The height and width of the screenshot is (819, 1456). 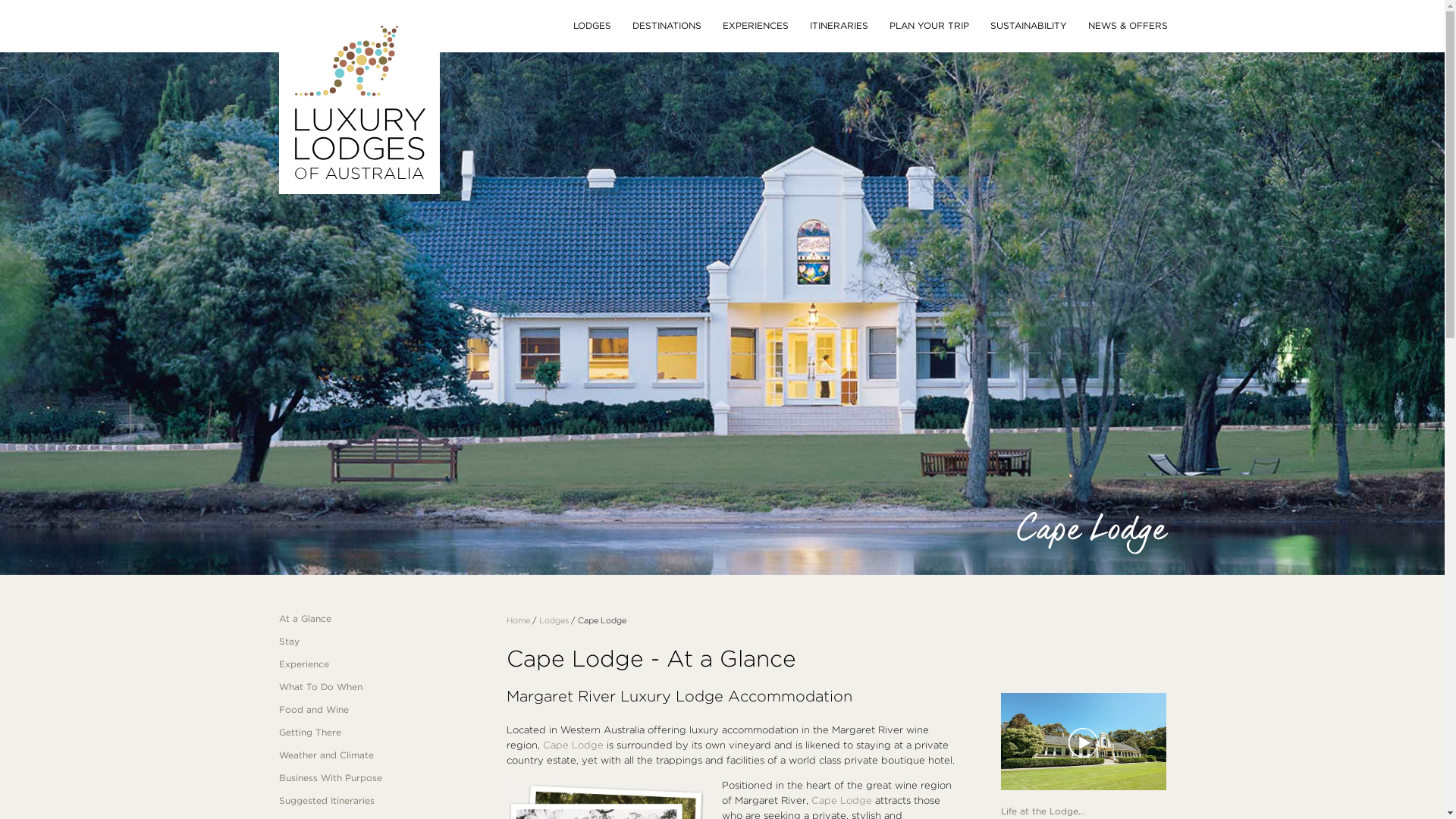 I want to click on 'Home', so click(x=518, y=620).